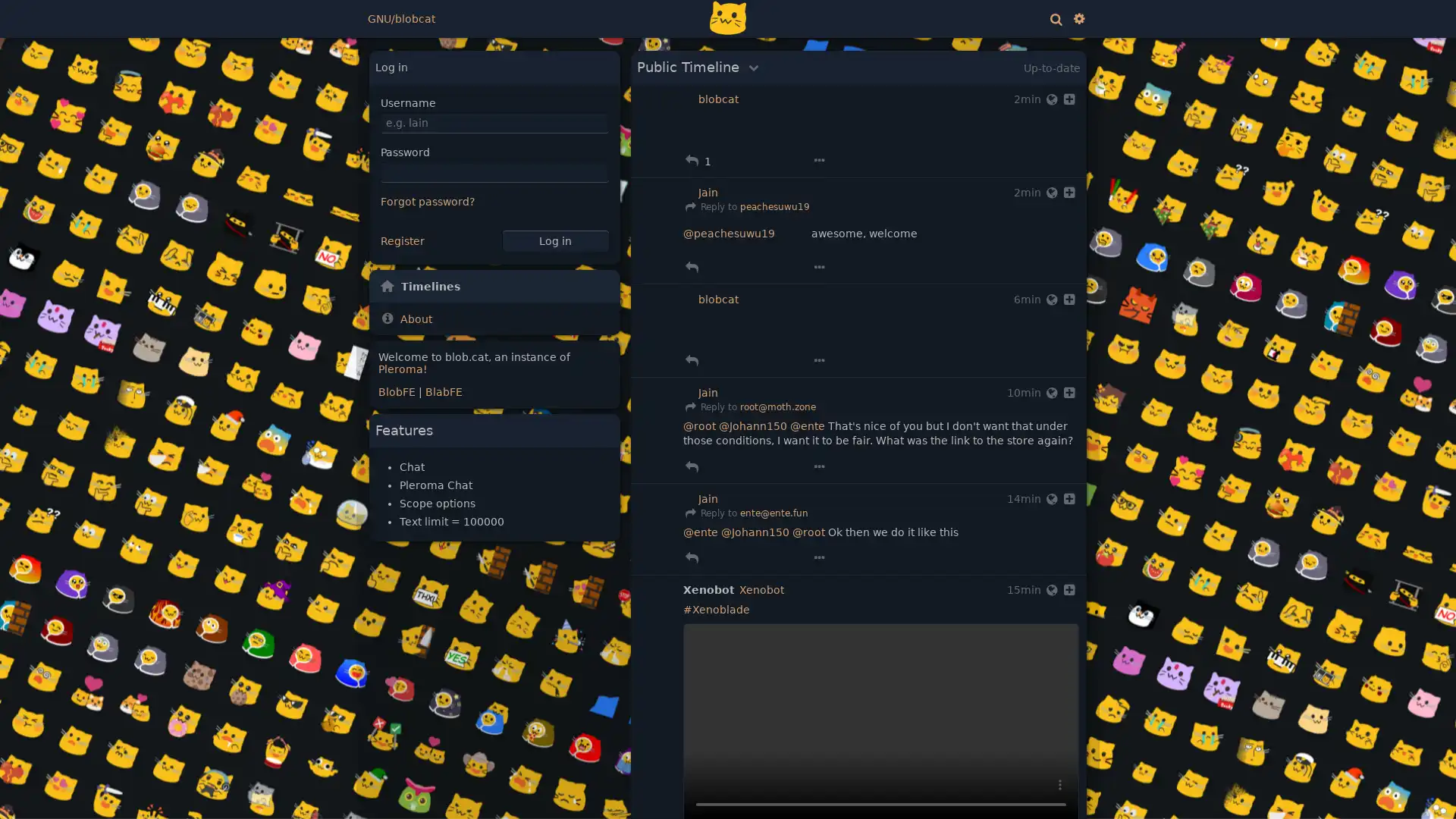 The image size is (1456, 819). What do you see at coordinates (554, 240) in the screenshot?
I see `Log in` at bounding box center [554, 240].